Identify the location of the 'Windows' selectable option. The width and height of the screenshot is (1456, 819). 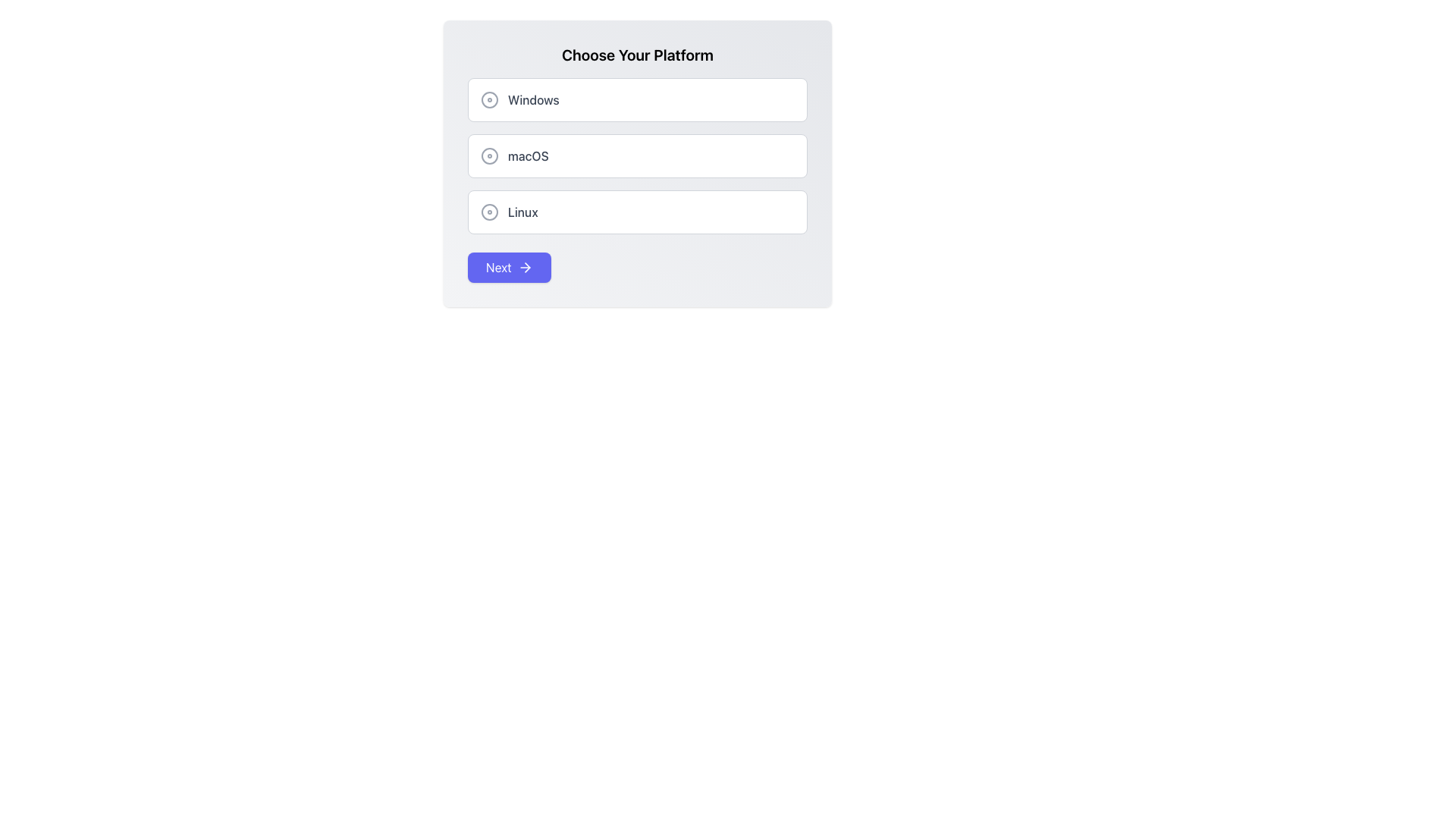
(637, 99).